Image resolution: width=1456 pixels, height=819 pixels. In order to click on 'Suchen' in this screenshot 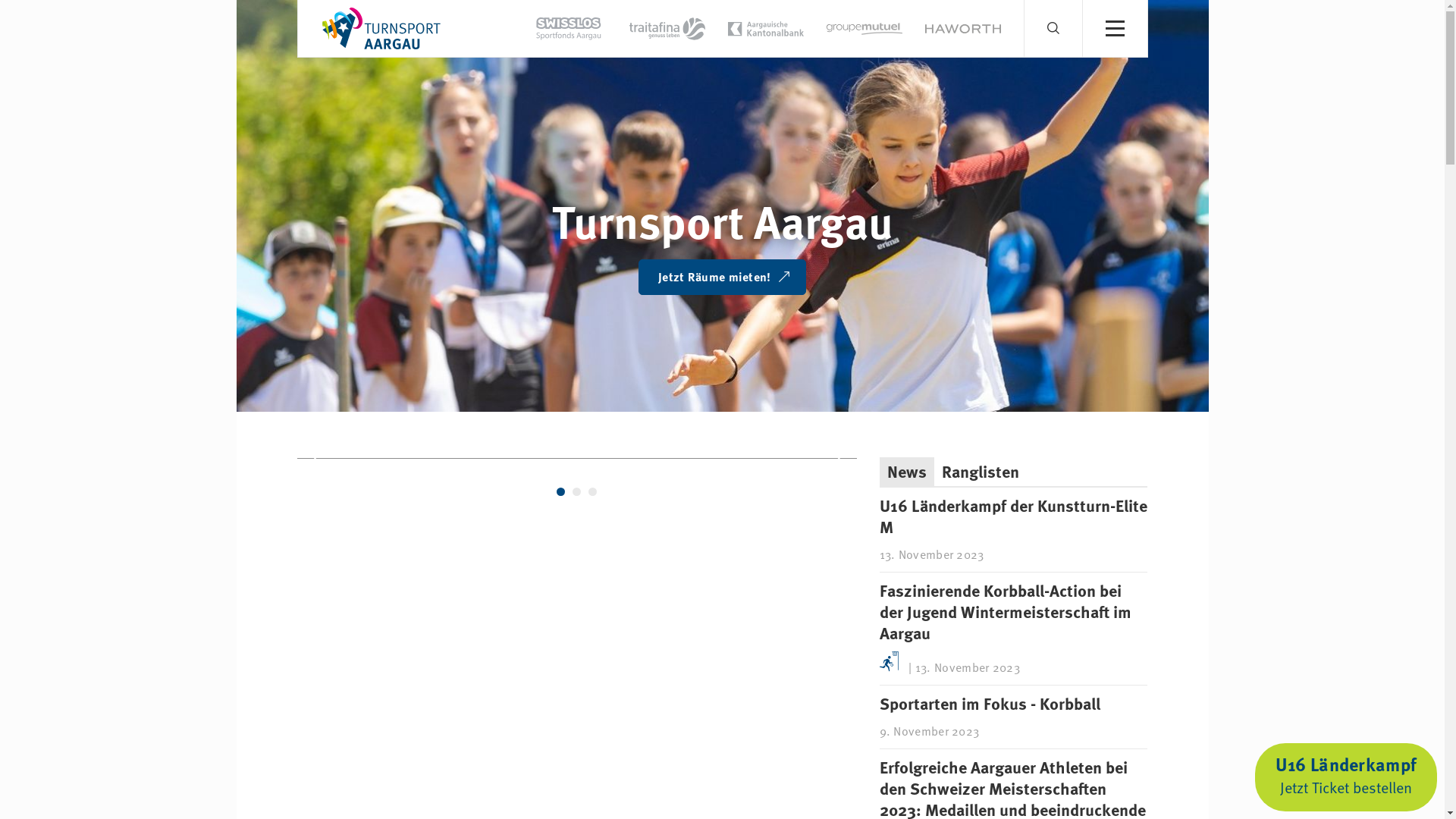, I will do `click(1081, 35)`.